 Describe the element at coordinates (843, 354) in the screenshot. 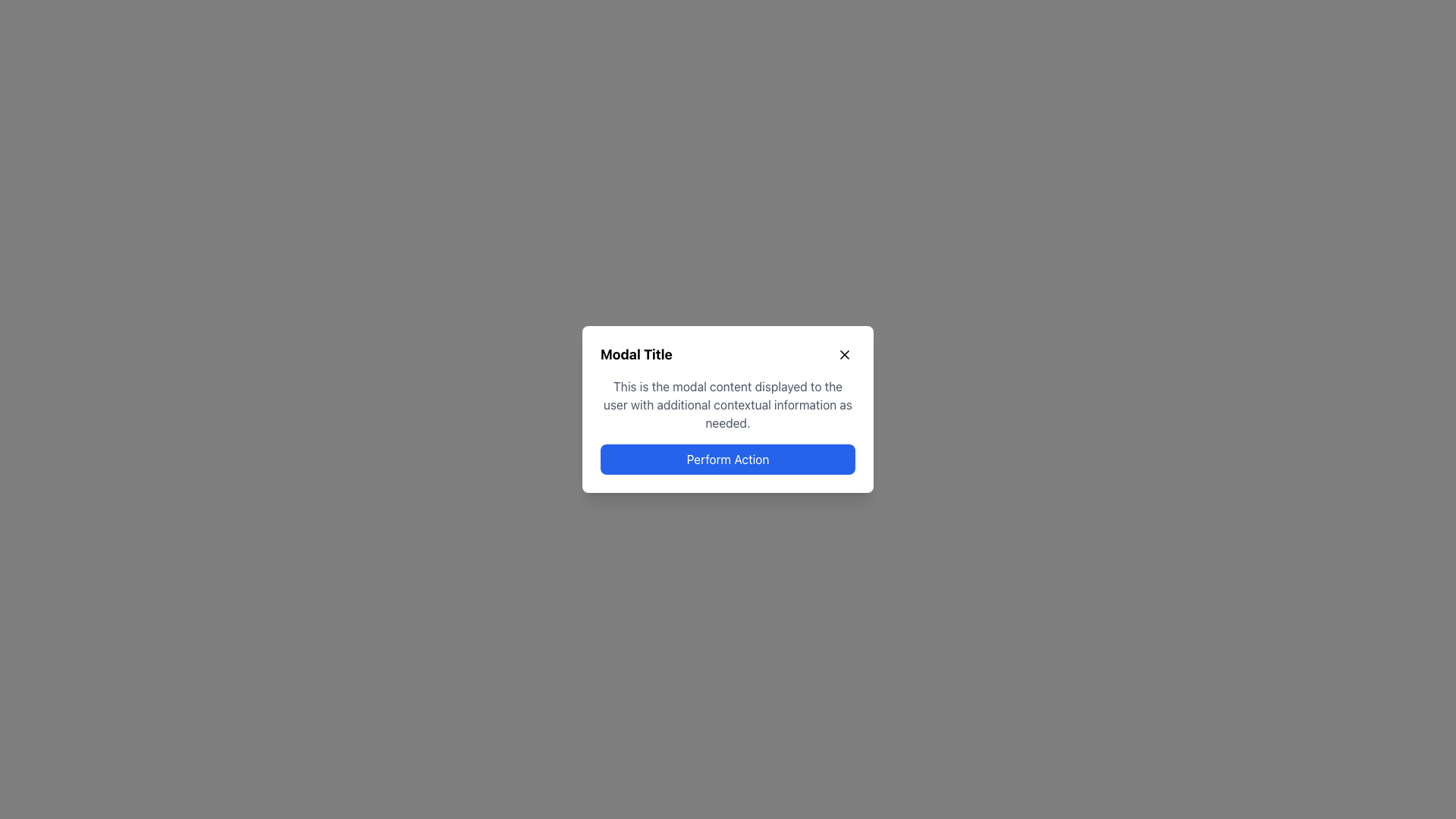

I see `the close button icon located at the top-right corner of the modal dialog next to the title 'Modal Title'` at that location.